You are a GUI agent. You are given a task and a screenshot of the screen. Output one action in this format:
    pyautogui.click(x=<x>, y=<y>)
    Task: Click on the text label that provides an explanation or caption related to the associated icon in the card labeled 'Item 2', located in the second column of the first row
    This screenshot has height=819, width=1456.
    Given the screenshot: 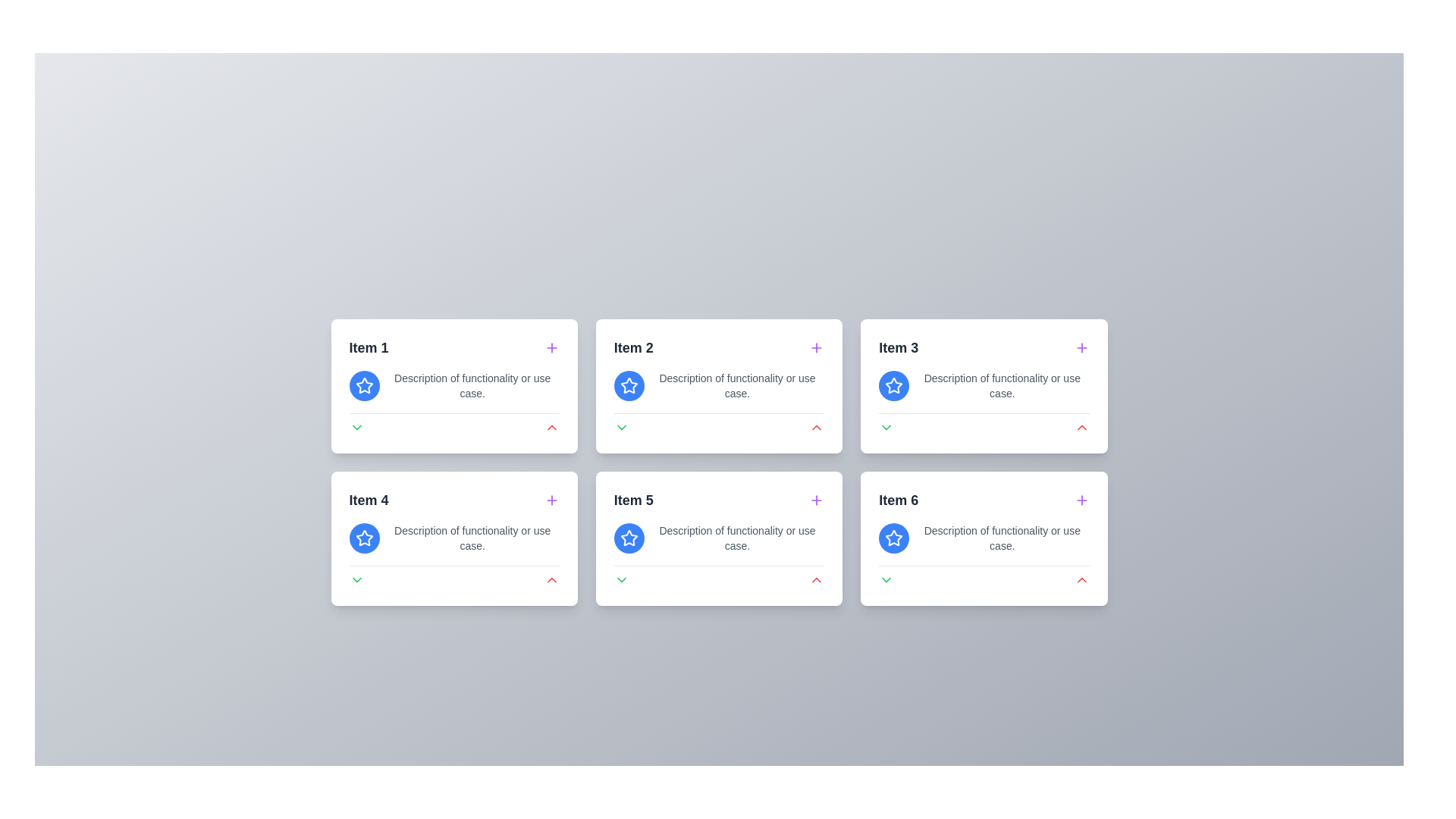 What is the action you would take?
    pyautogui.click(x=718, y=385)
    